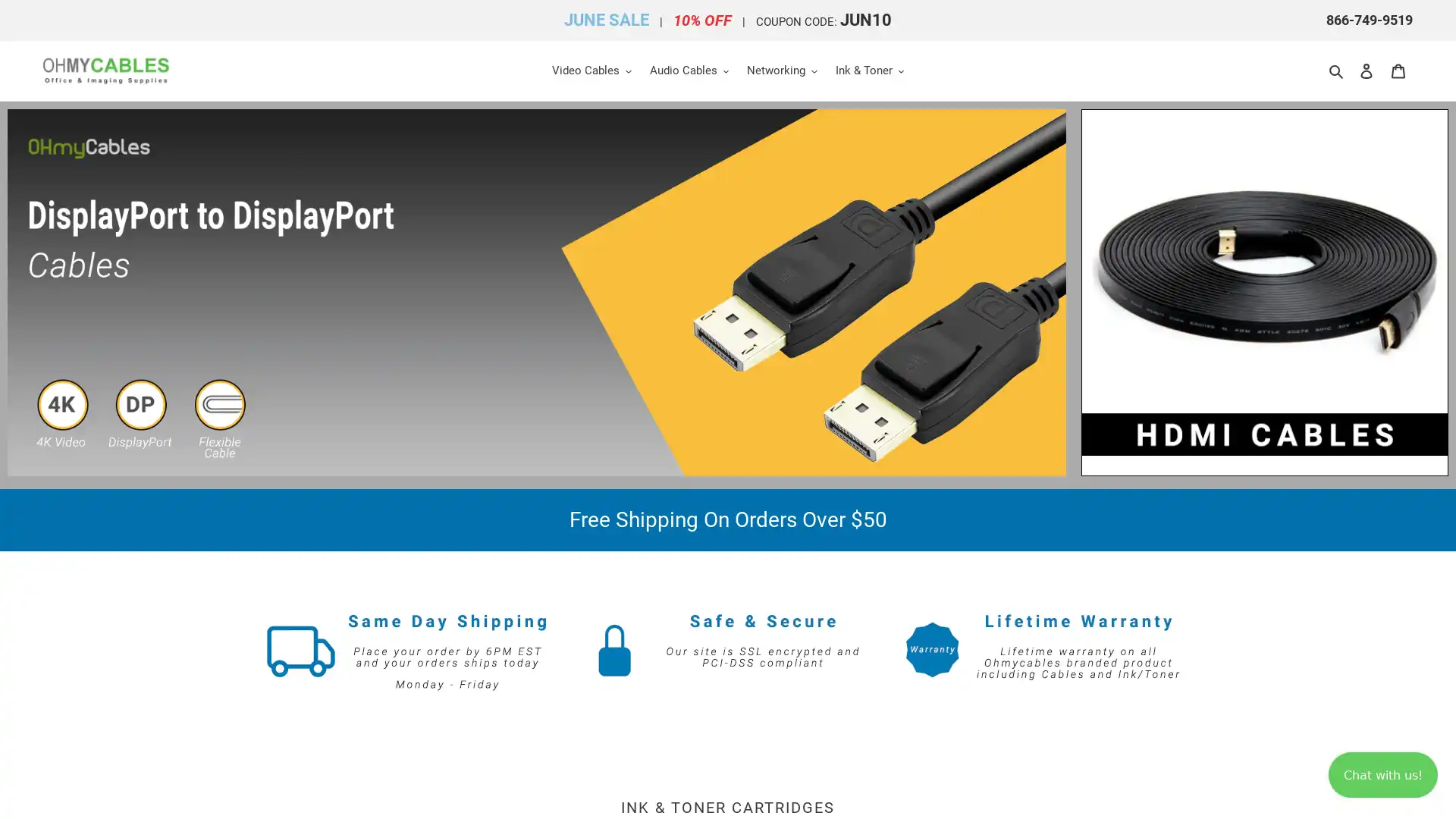  Describe the element at coordinates (782, 70) in the screenshot. I see `Networking` at that location.